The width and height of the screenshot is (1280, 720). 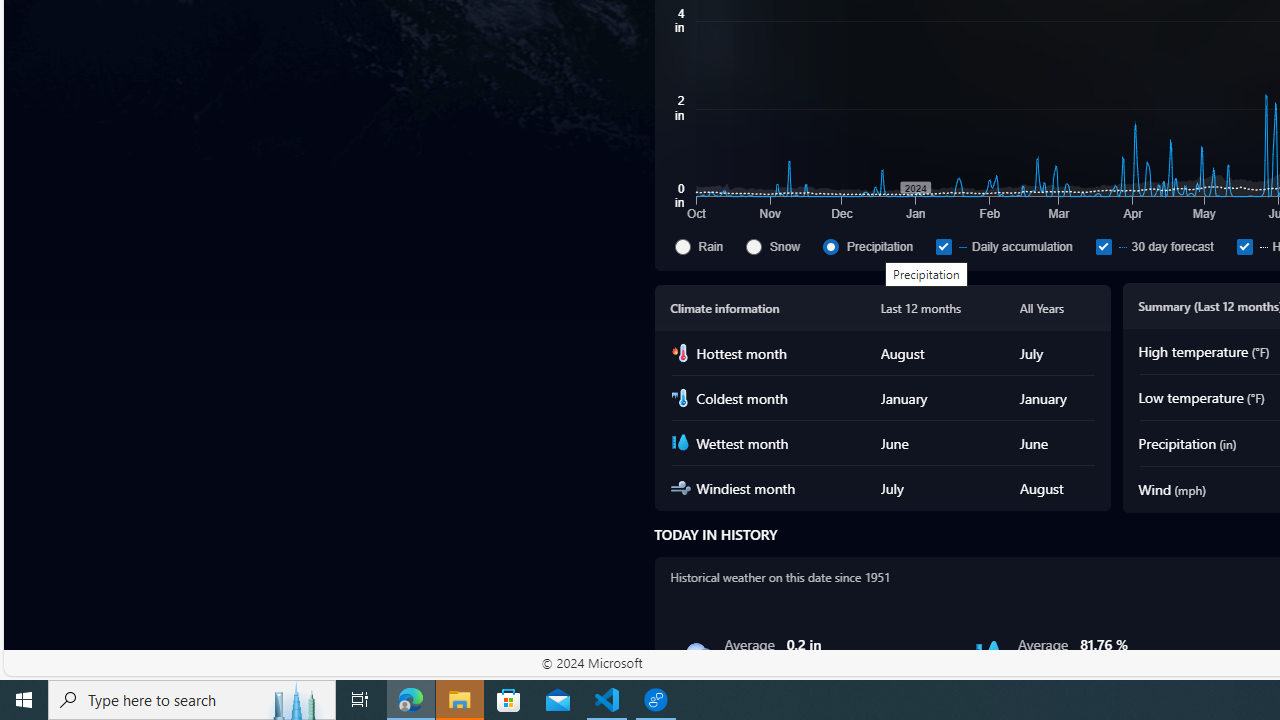 I want to click on 'Snow', so click(x=780, y=245).